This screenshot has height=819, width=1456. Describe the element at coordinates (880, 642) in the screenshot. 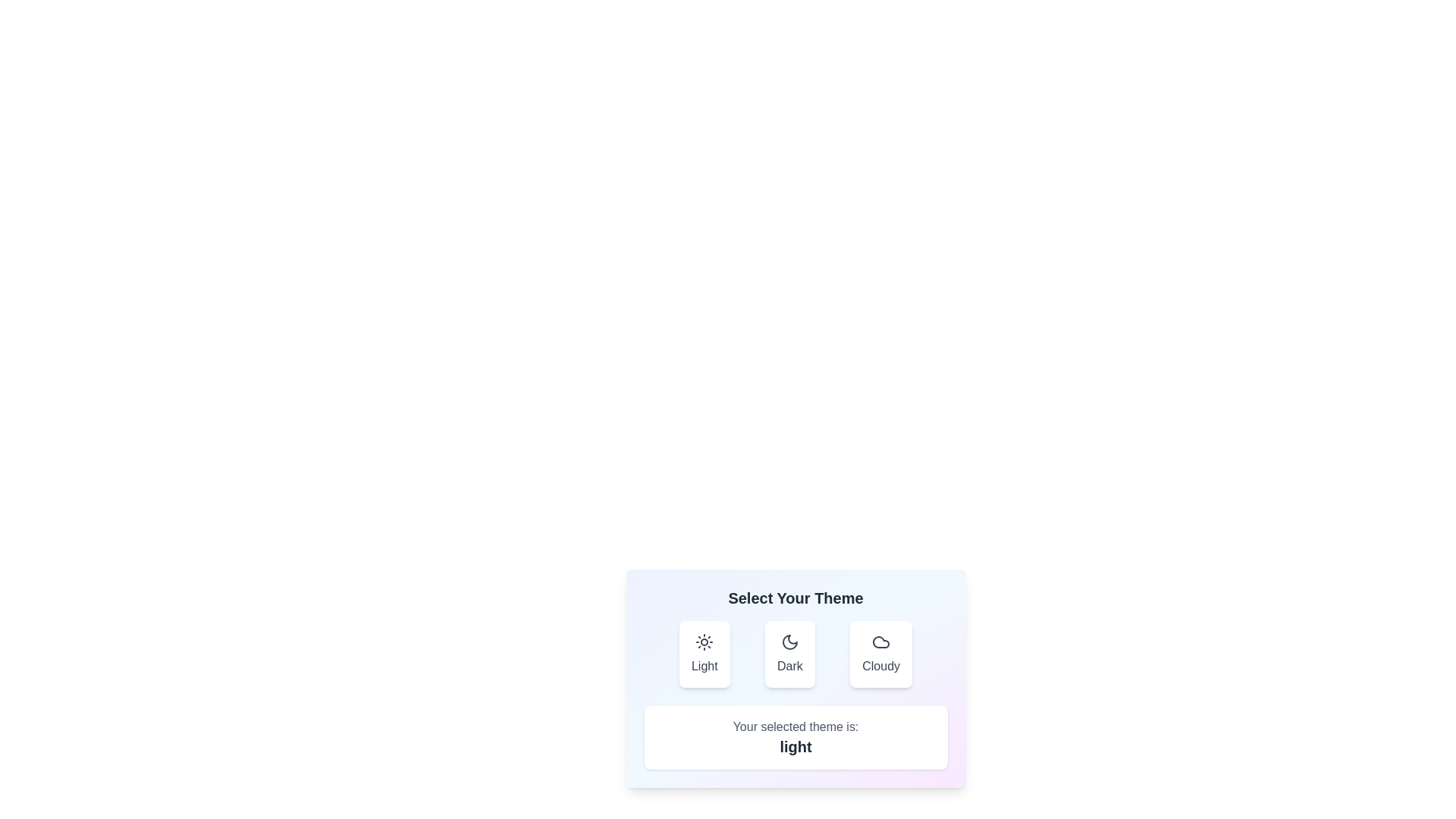

I see `the 'Cloudy' theme selection icon, which is a gray-outlined cloud graphic in the light-themed user interface` at that location.